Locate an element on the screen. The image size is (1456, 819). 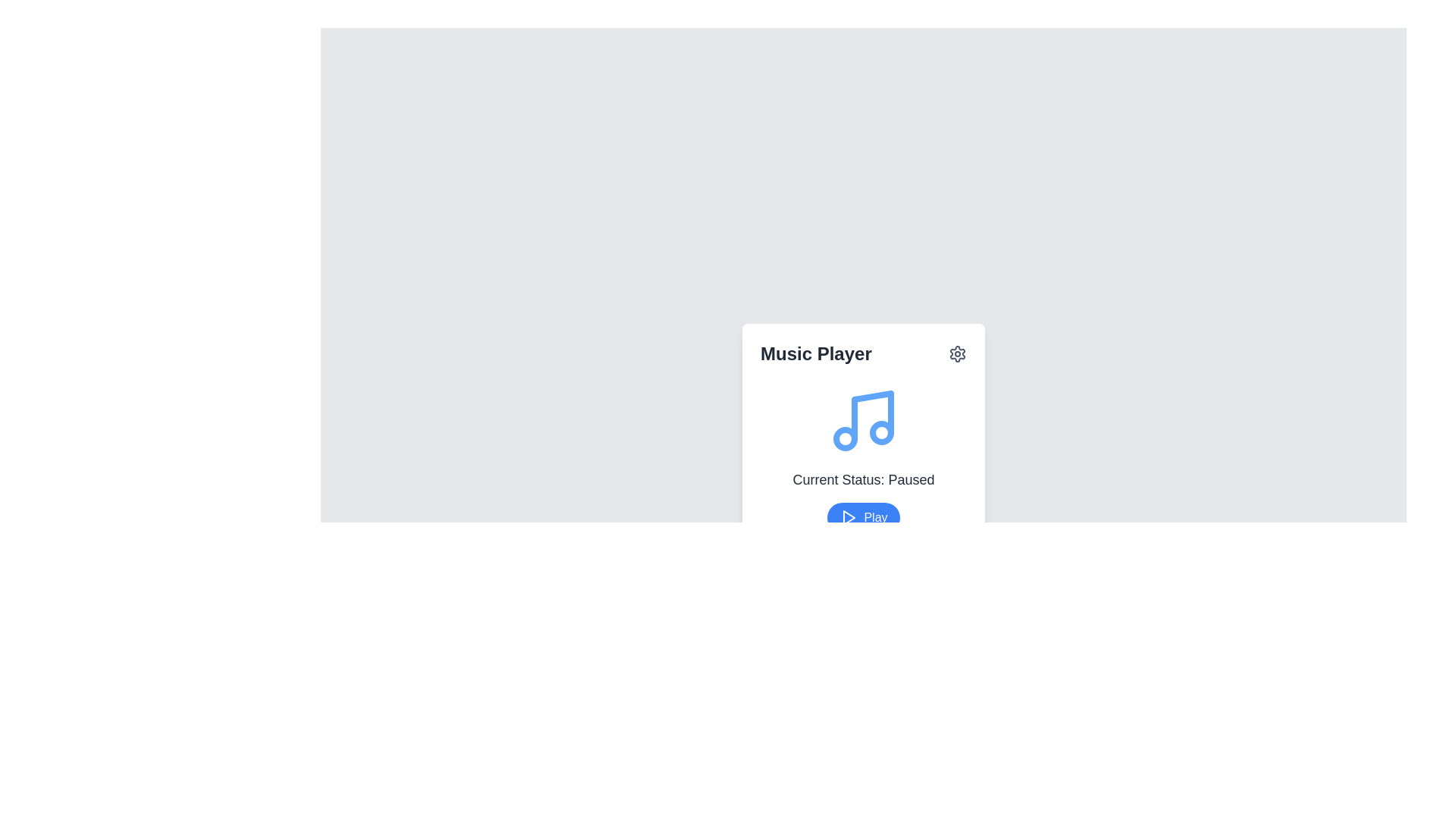
the text label that reads 'Current Status: Paused', which is located in the music player interface, below the musical note icon and above the 'Play' button is located at coordinates (863, 479).